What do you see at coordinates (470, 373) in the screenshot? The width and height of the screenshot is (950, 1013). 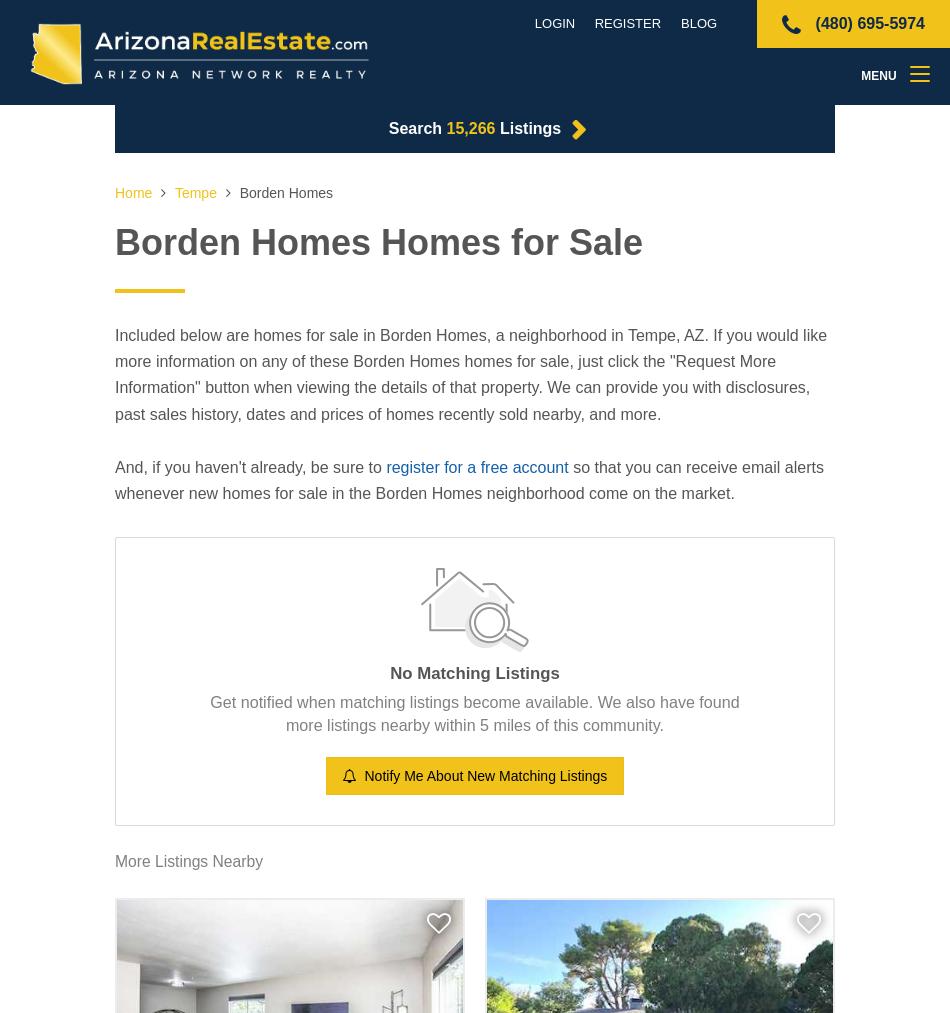 I see `'Included below are homes for sale in Borden Homes, a neighborhood in Tempe, AZ. If you would like more information on any of these Borden Homes homes for sale, just click the "Request More Information" button when viewing the details of that property. We can provide you with disclosures, past sales history, dates and prices of homes recently sold nearby, and more.'` at bounding box center [470, 373].